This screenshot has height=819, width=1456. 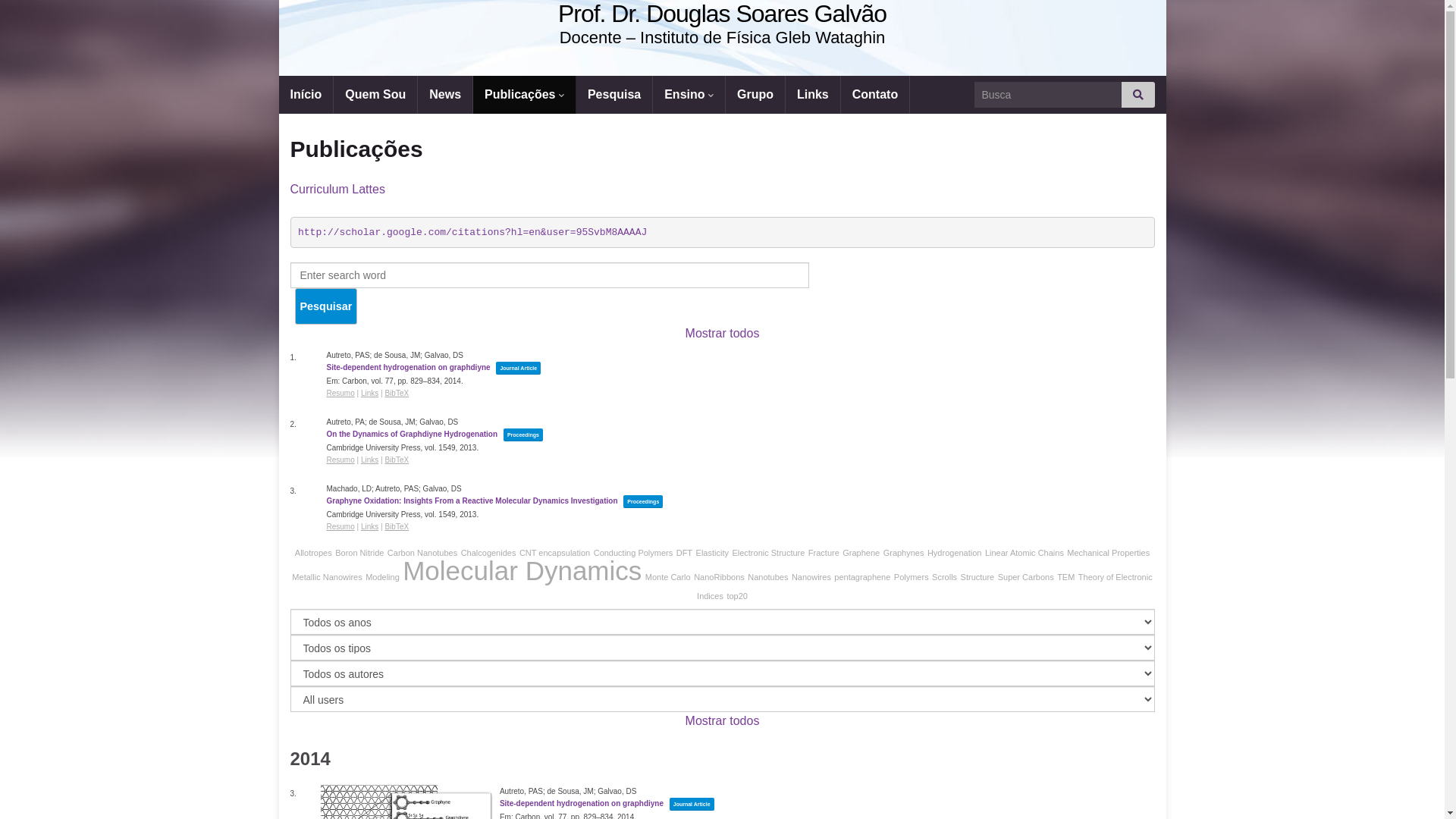 I want to click on 'Quem Sou', so click(x=375, y=94).